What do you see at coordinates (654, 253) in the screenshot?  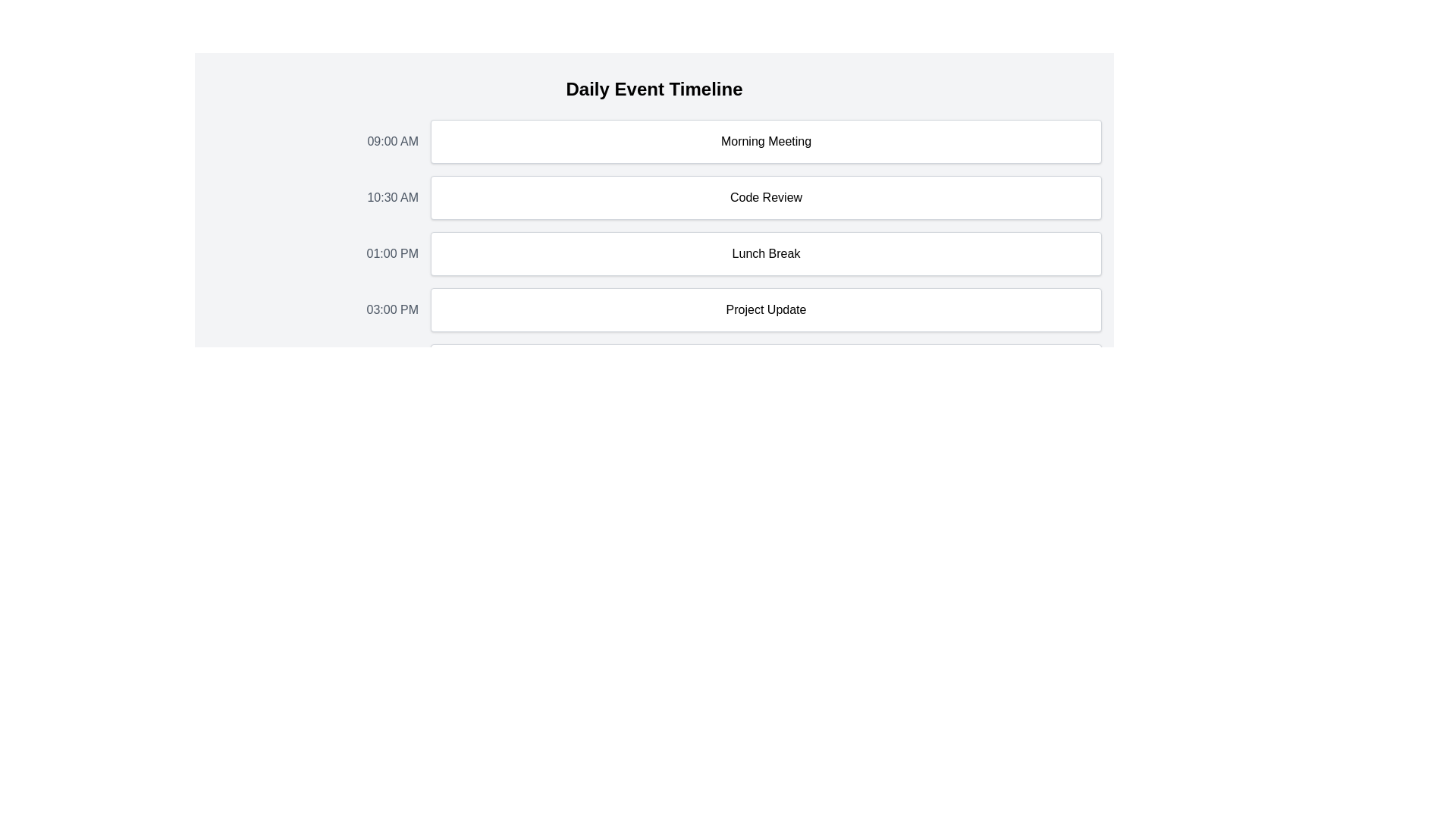 I see `the schedule entry for '01:00 PM Lunch Break', which is the third entry in the list of events, positioned between '10:30 AM Code Review' and '03:00 PM Project Update'` at bounding box center [654, 253].